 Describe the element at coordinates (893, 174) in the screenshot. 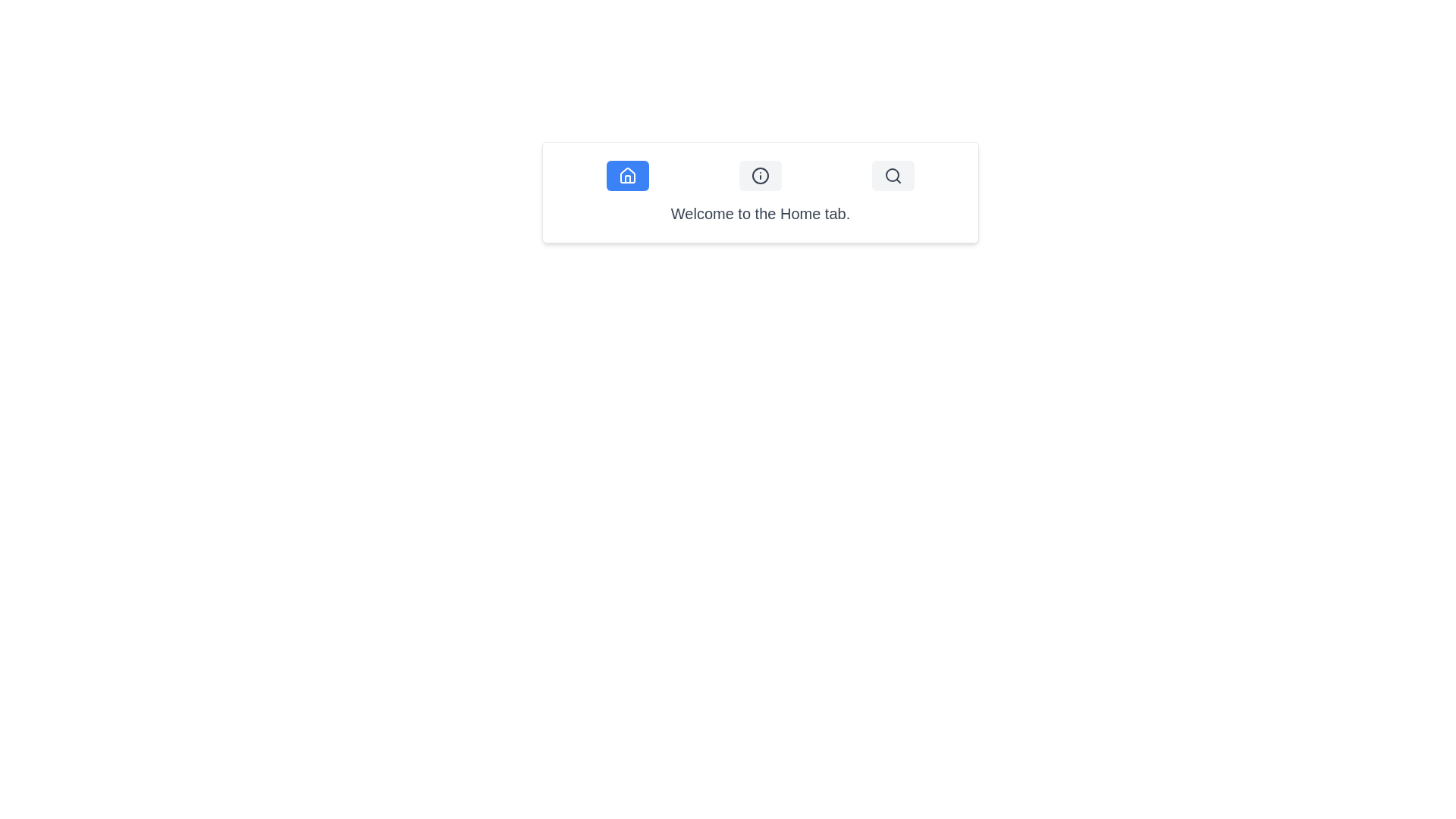

I see `the search button, which is the third button in a horizontal layout of three buttons` at that location.